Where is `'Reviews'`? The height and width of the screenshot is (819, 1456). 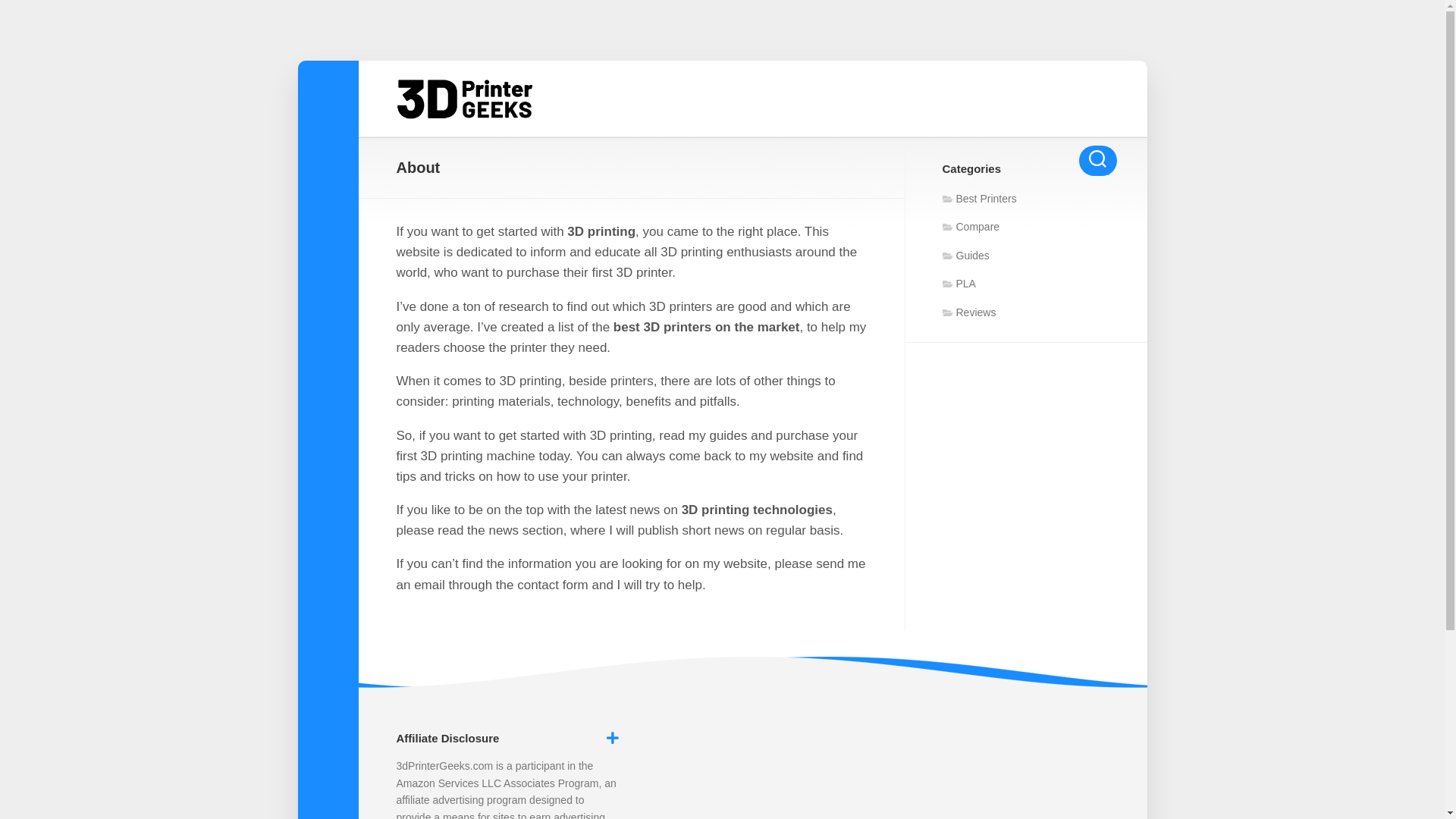
'Reviews' is located at coordinates (968, 312).